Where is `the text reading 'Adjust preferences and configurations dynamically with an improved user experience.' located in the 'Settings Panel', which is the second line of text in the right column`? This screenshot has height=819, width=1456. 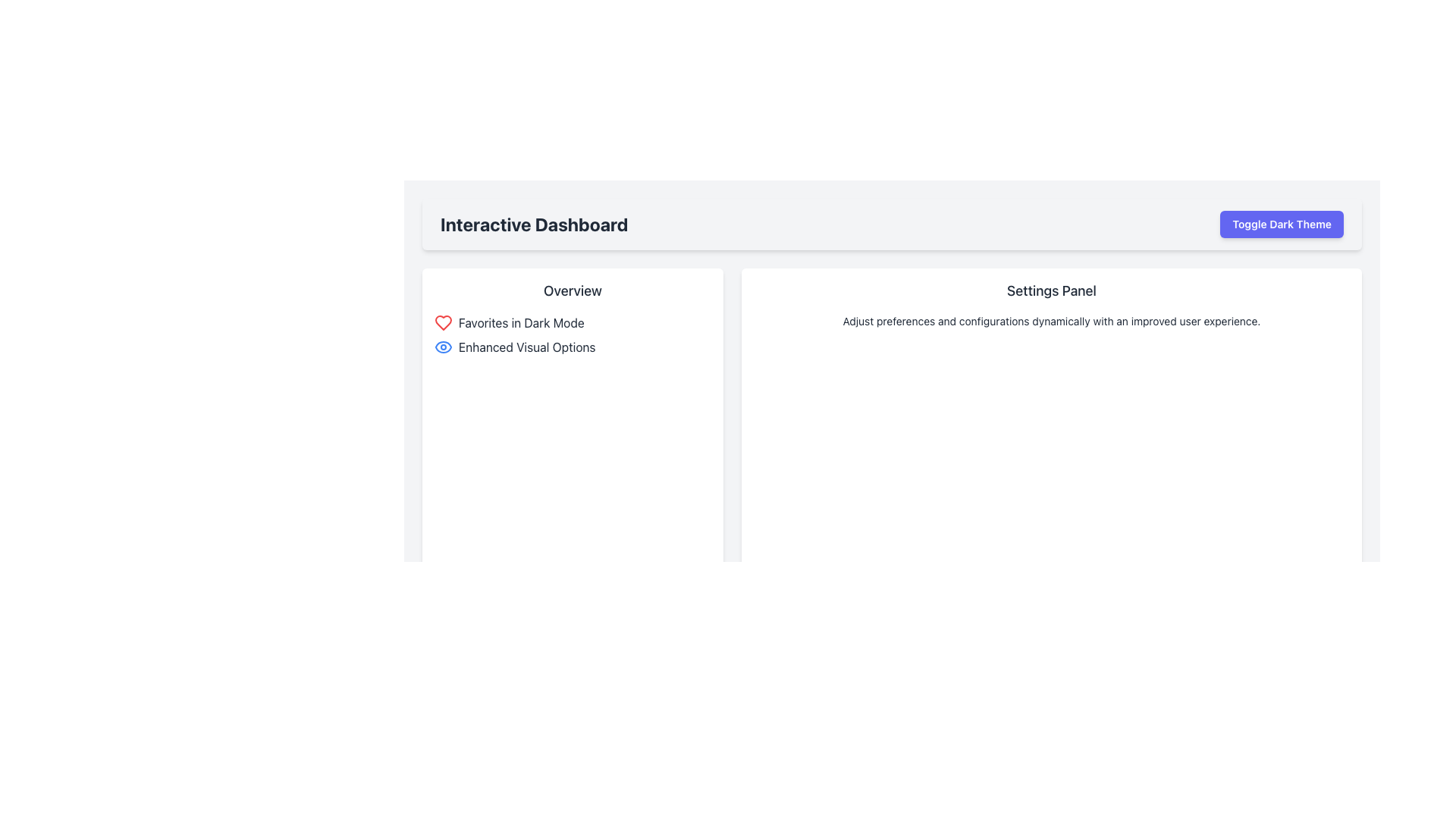
the text reading 'Adjust preferences and configurations dynamically with an improved user experience.' located in the 'Settings Panel', which is the second line of text in the right column is located at coordinates (1051, 321).